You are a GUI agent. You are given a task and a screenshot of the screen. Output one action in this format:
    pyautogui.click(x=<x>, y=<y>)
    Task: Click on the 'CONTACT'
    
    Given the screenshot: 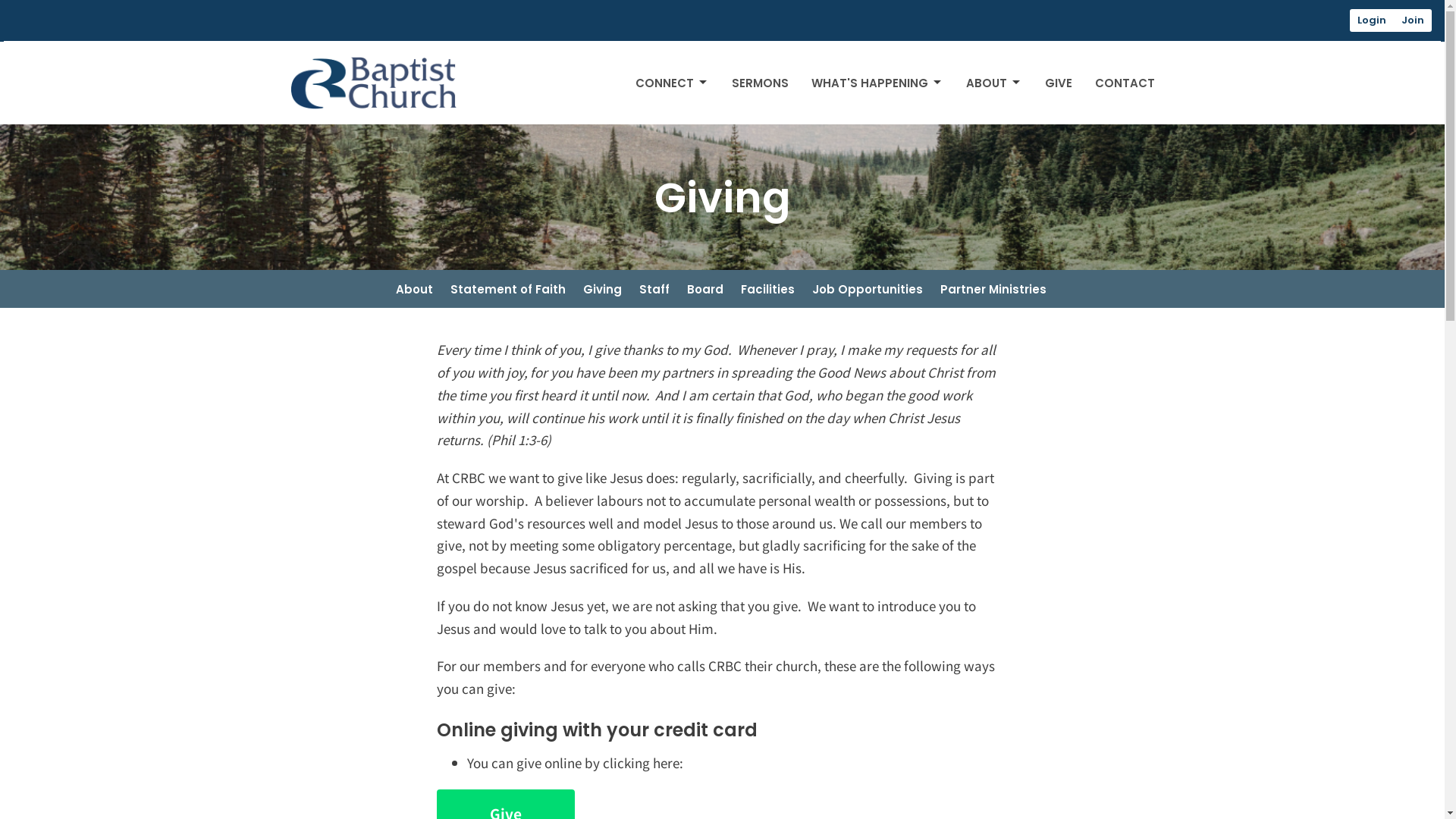 What is the action you would take?
    pyautogui.click(x=1125, y=83)
    